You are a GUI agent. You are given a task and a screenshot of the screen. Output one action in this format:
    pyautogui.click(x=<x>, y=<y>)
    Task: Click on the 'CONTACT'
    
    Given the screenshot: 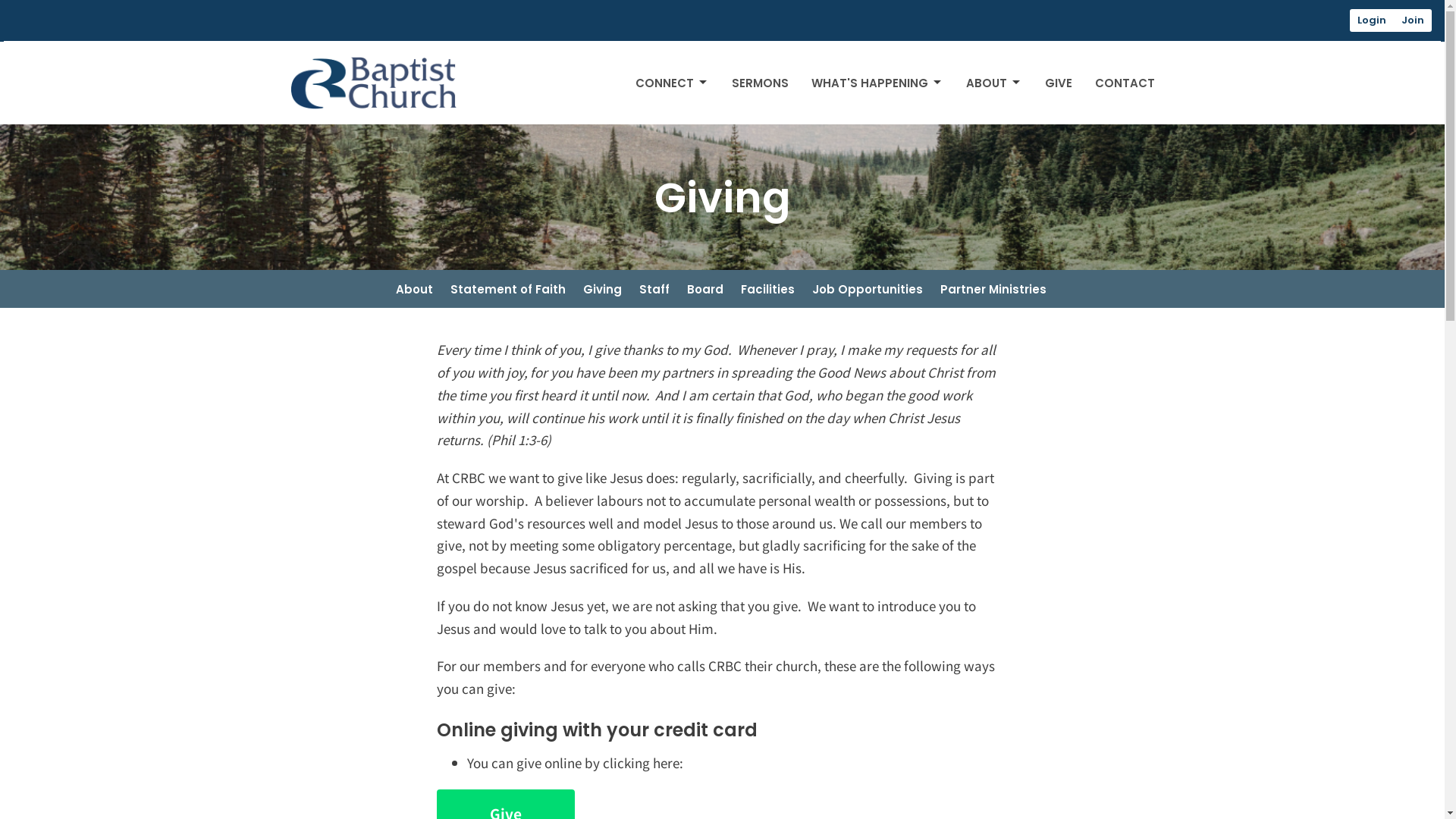 What is the action you would take?
    pyautogui.click(x=1125, y=83)
    